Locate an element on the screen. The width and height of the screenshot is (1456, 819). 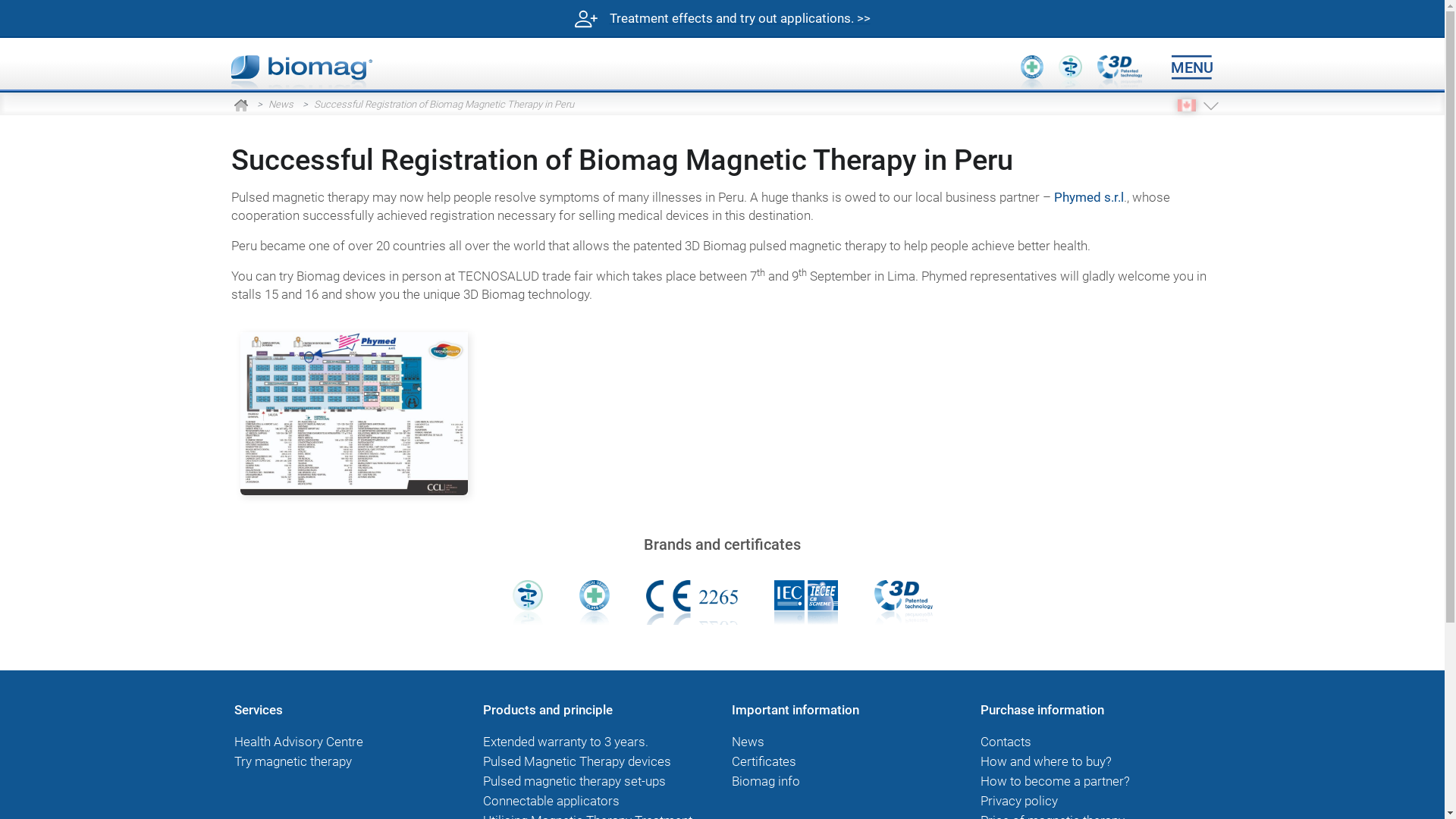
'Medical device' is located at coordinates (1069, 72).